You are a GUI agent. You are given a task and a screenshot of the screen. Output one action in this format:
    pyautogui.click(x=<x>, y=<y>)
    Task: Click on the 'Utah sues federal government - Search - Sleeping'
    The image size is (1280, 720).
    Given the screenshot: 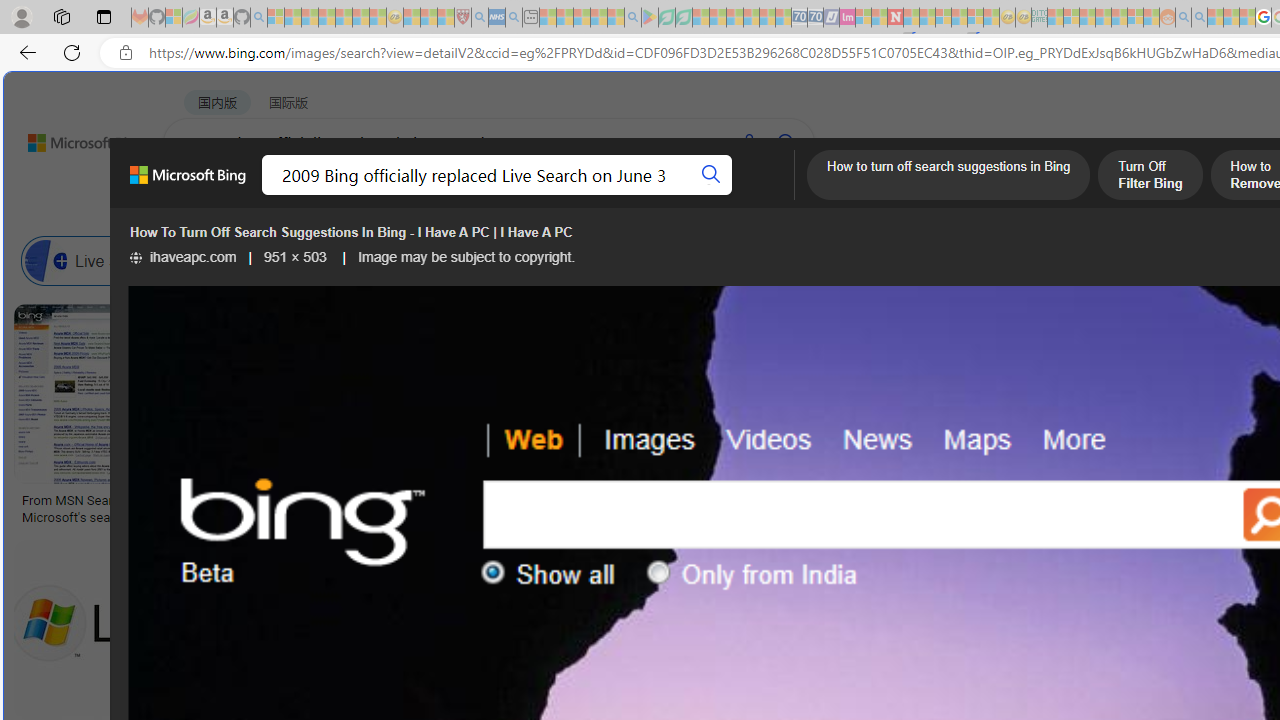 What is the action you would take?
    pyautogui.click(x=1199, y=17)
    